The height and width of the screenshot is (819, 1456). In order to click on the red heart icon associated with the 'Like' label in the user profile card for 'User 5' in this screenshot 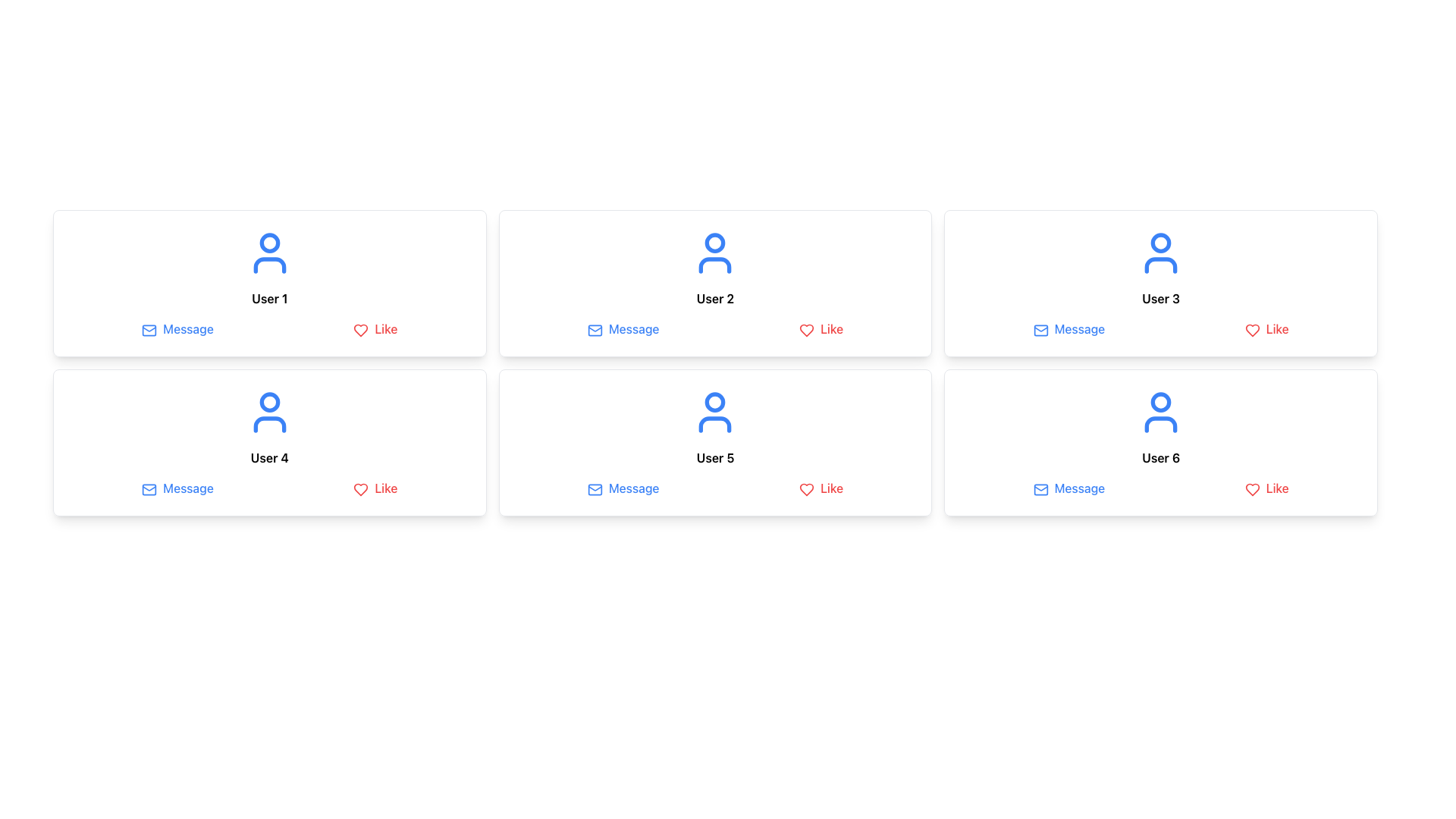, I will do `click(806, 489)`.